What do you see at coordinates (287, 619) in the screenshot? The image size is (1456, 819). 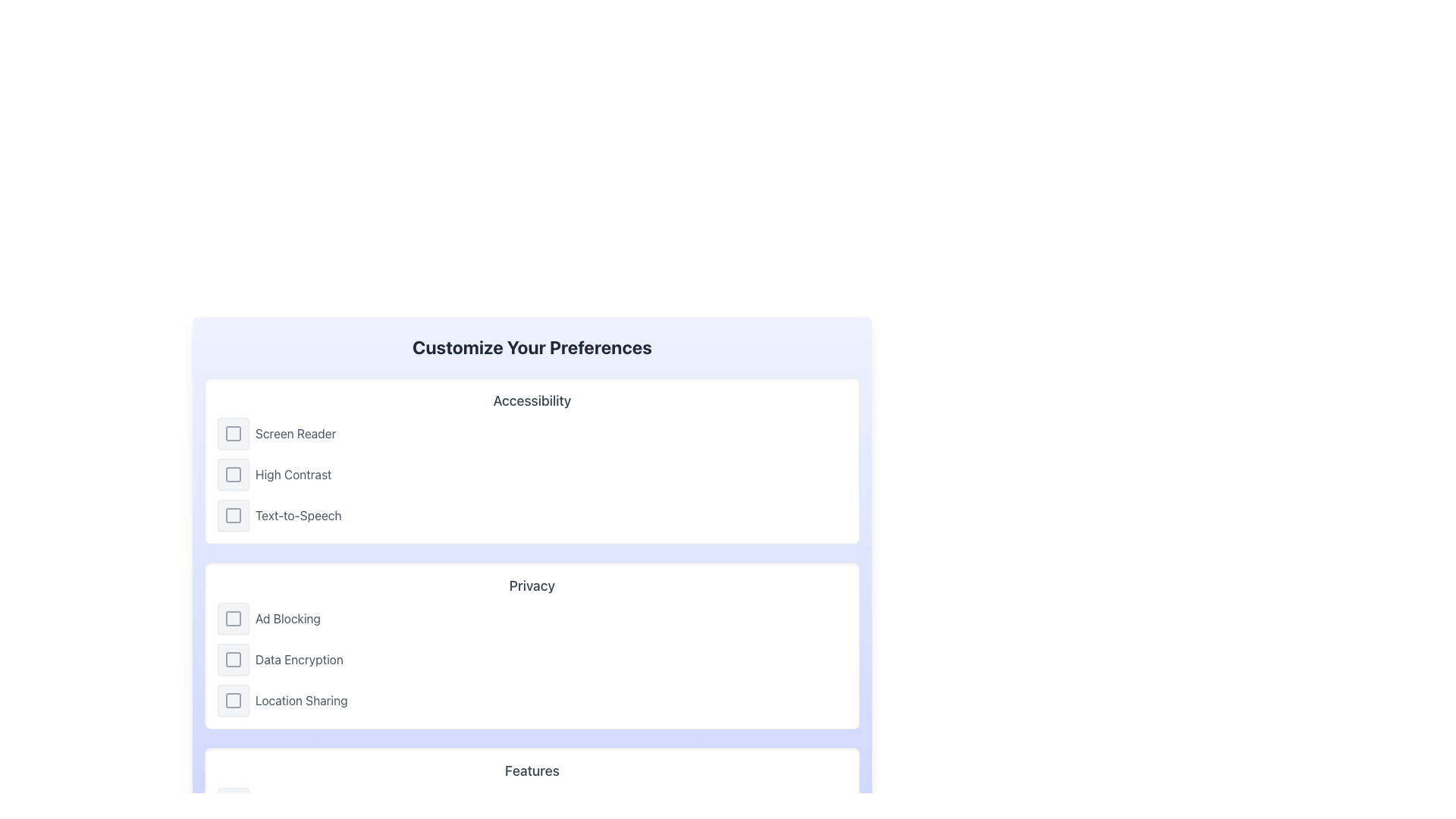 I see `the 'Ad Blocking' text label in gray color, which is located in the third position under the 'Privacy' section` at bounding box center [287, 619].